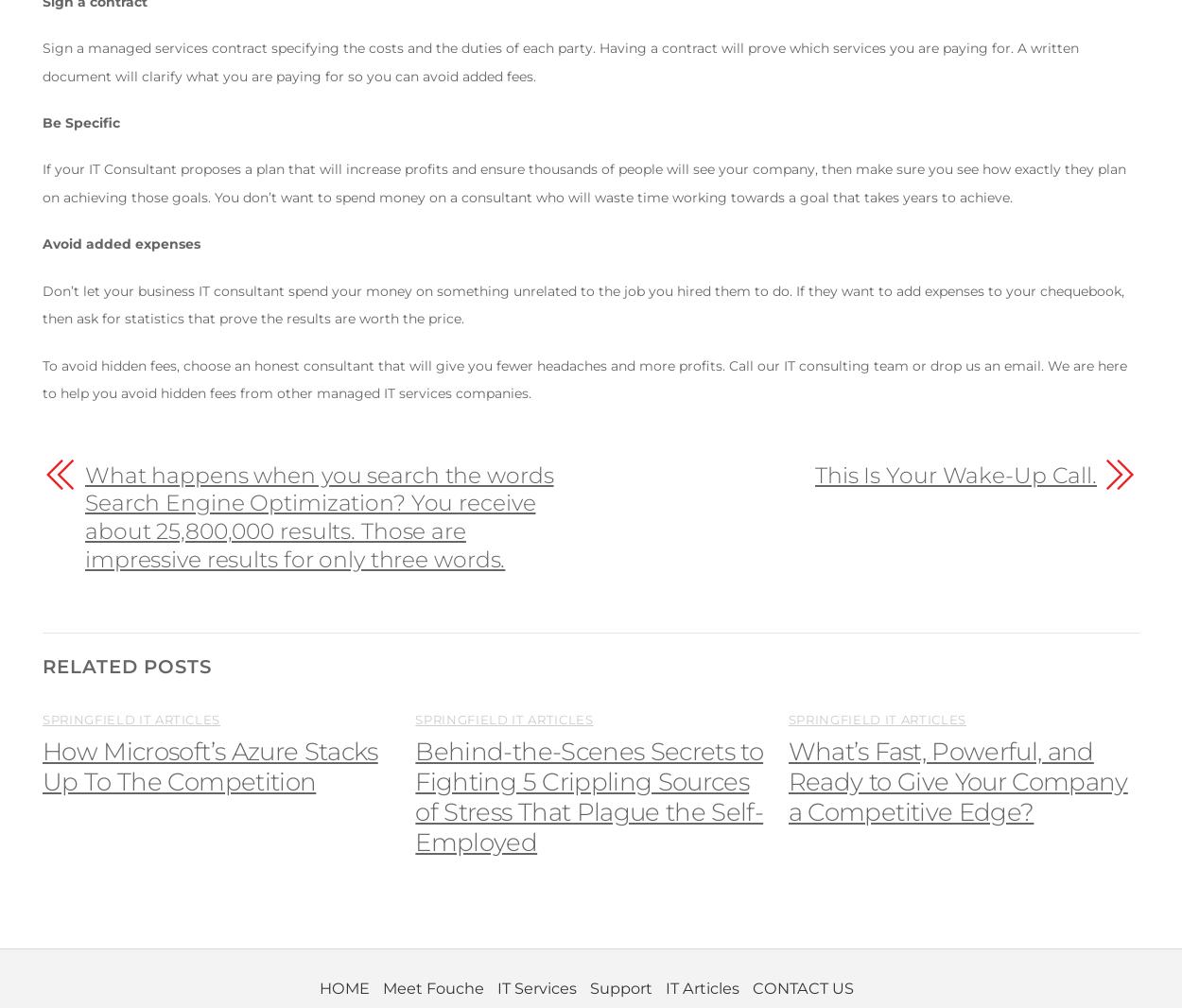  Describe the element at coordinates (620, 987) in the screenshot. I see `'Support'` at that location.